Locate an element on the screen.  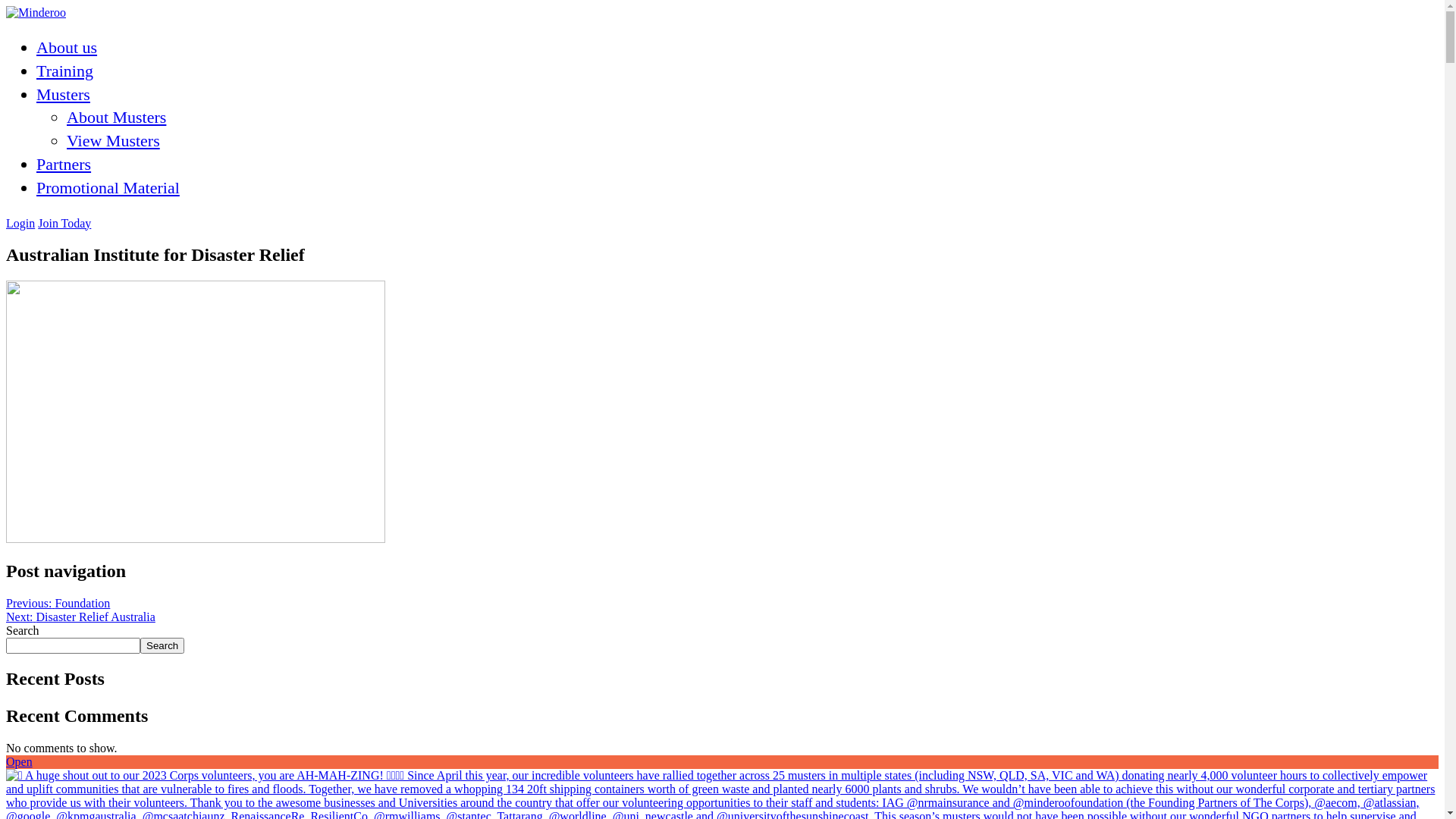
'View Musters' is located at coordinates (112, 140).